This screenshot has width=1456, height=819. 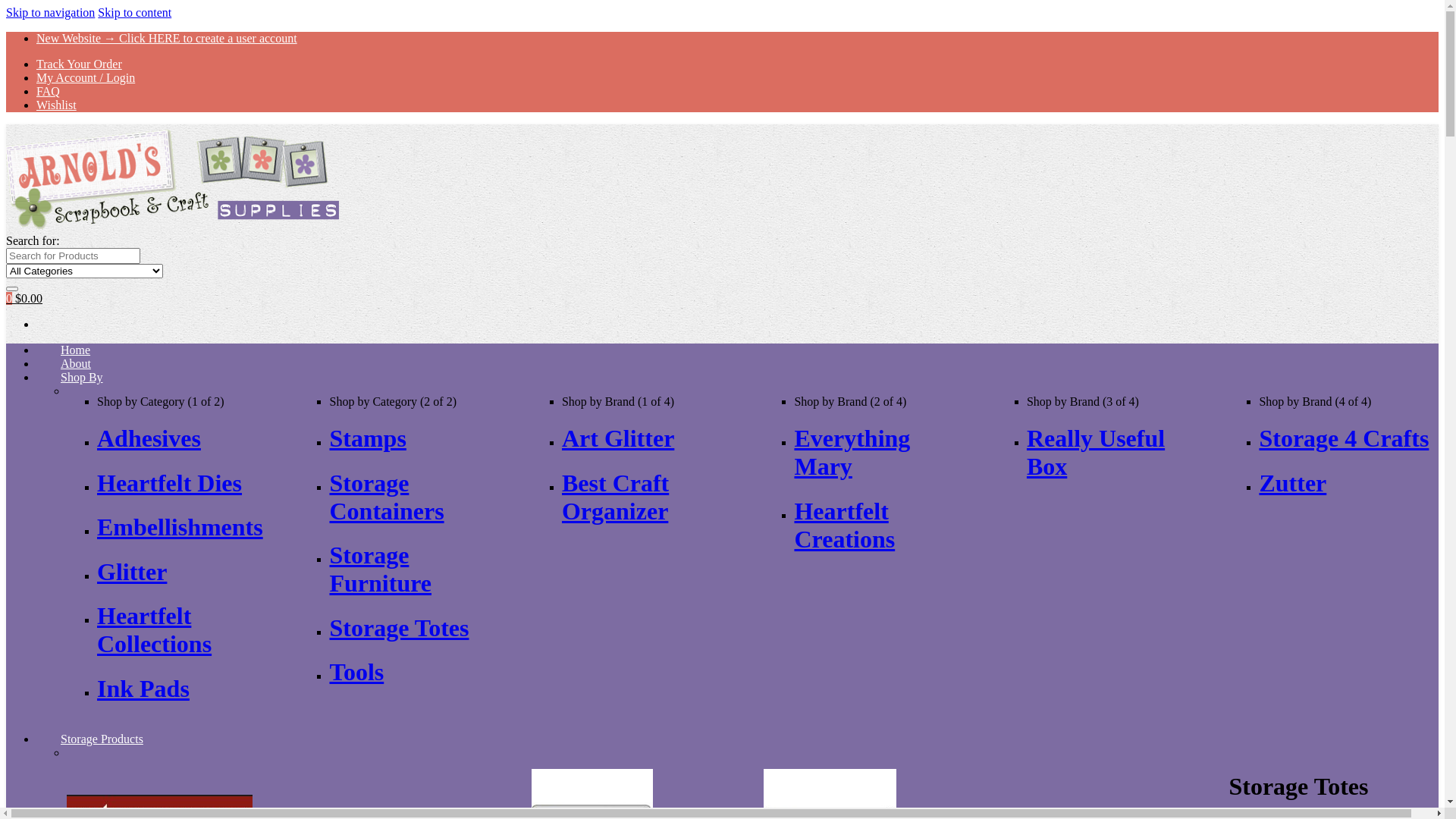 I want to click on 'Skip to content', so click(x=134, y=12).